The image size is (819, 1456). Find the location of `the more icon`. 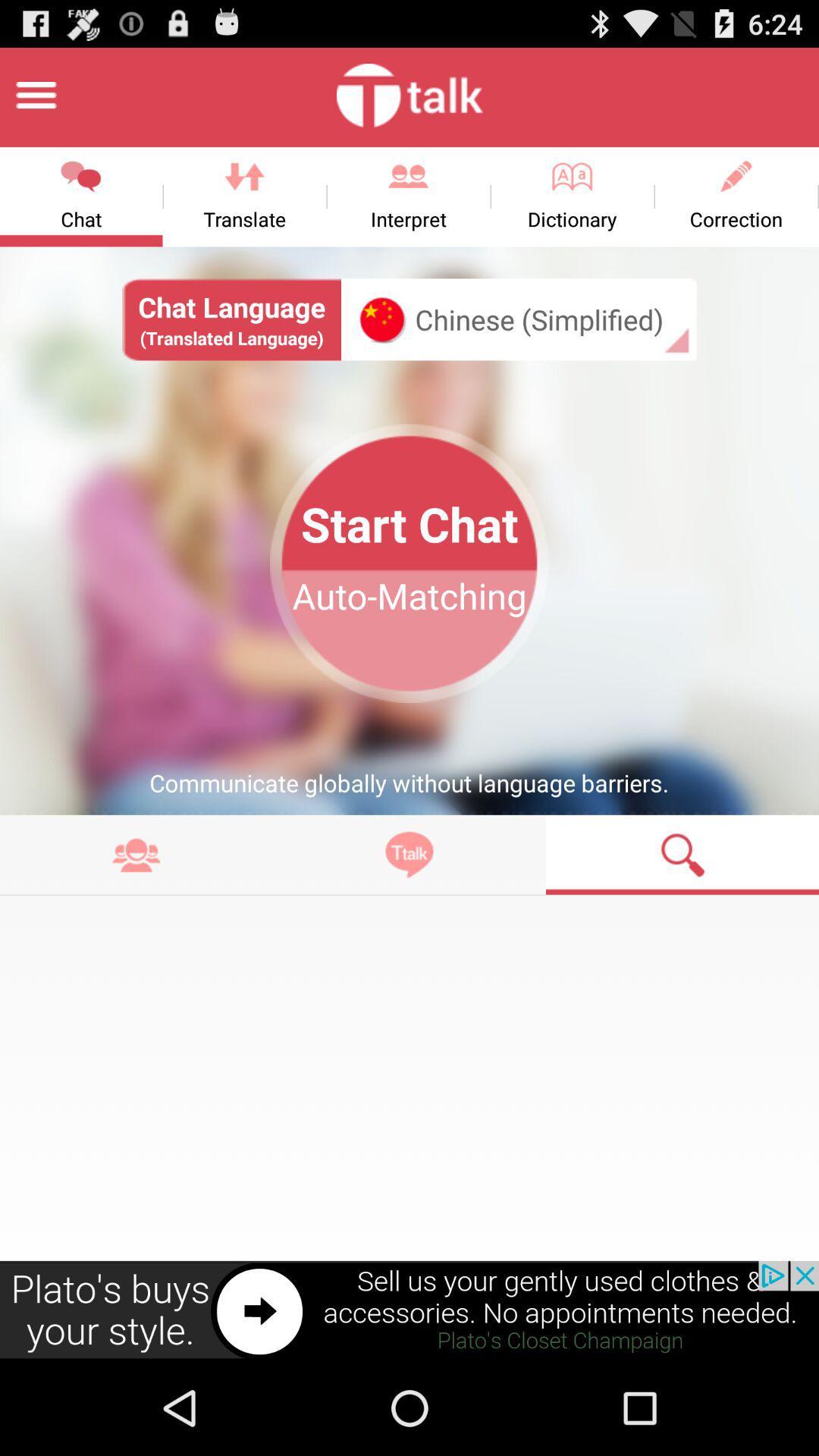

the more icon is located at coordinates (136, 914).